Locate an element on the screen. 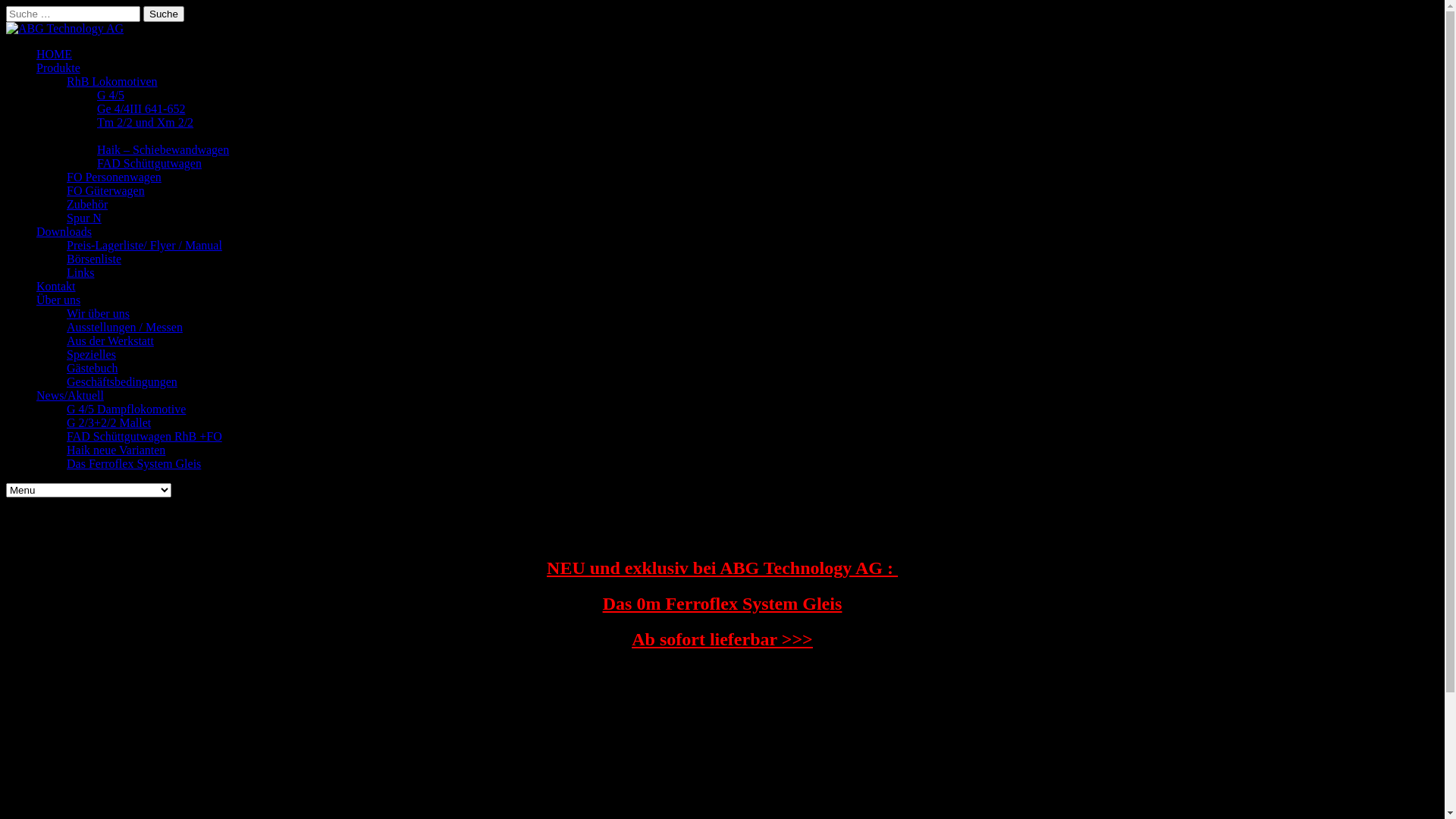  'Ausstellungen / Messen' is located at coordinates (124, 326).